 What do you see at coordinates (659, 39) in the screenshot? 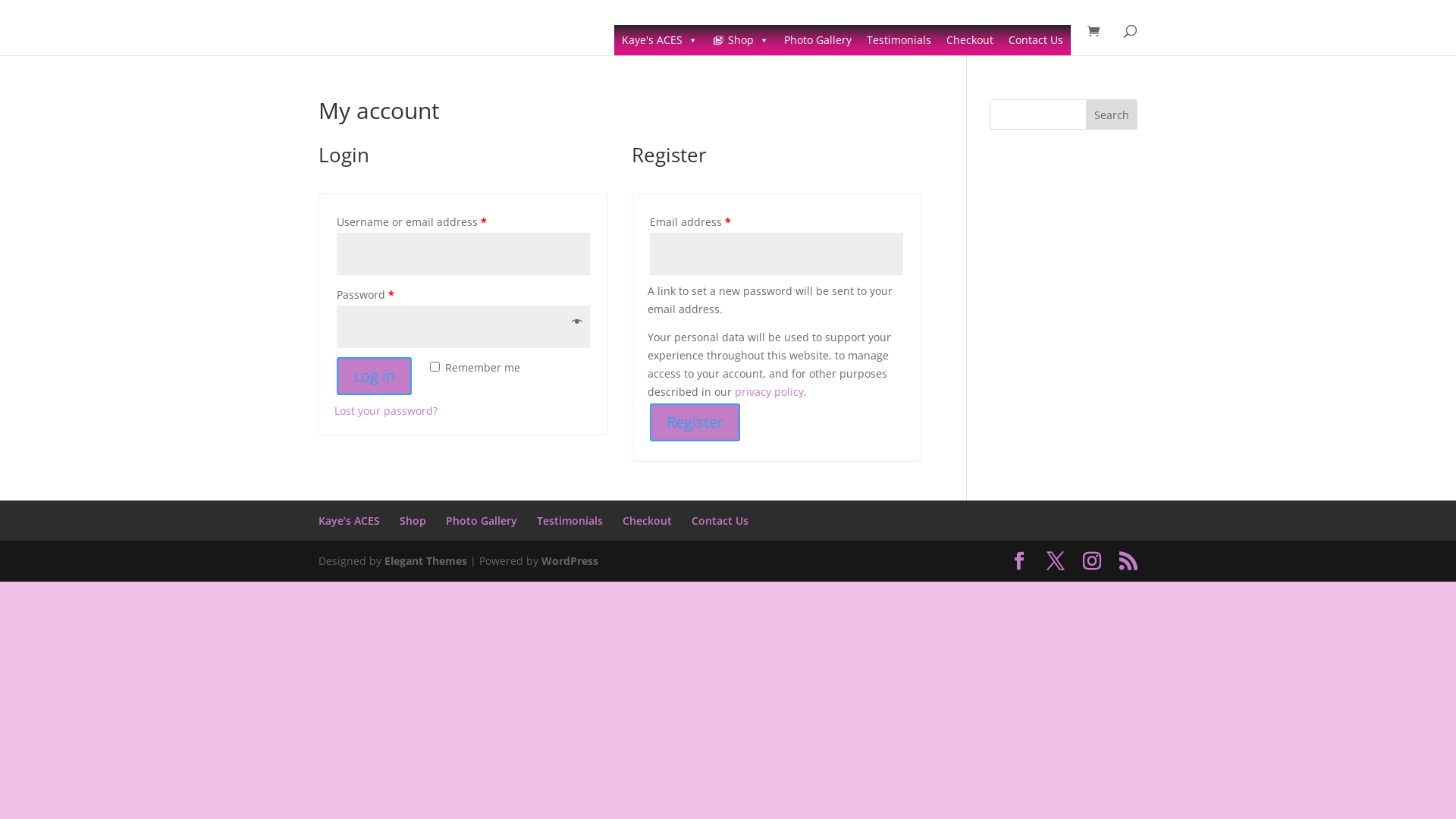
I see `'Kaye's ACES'` at bounding box center [659, 39].